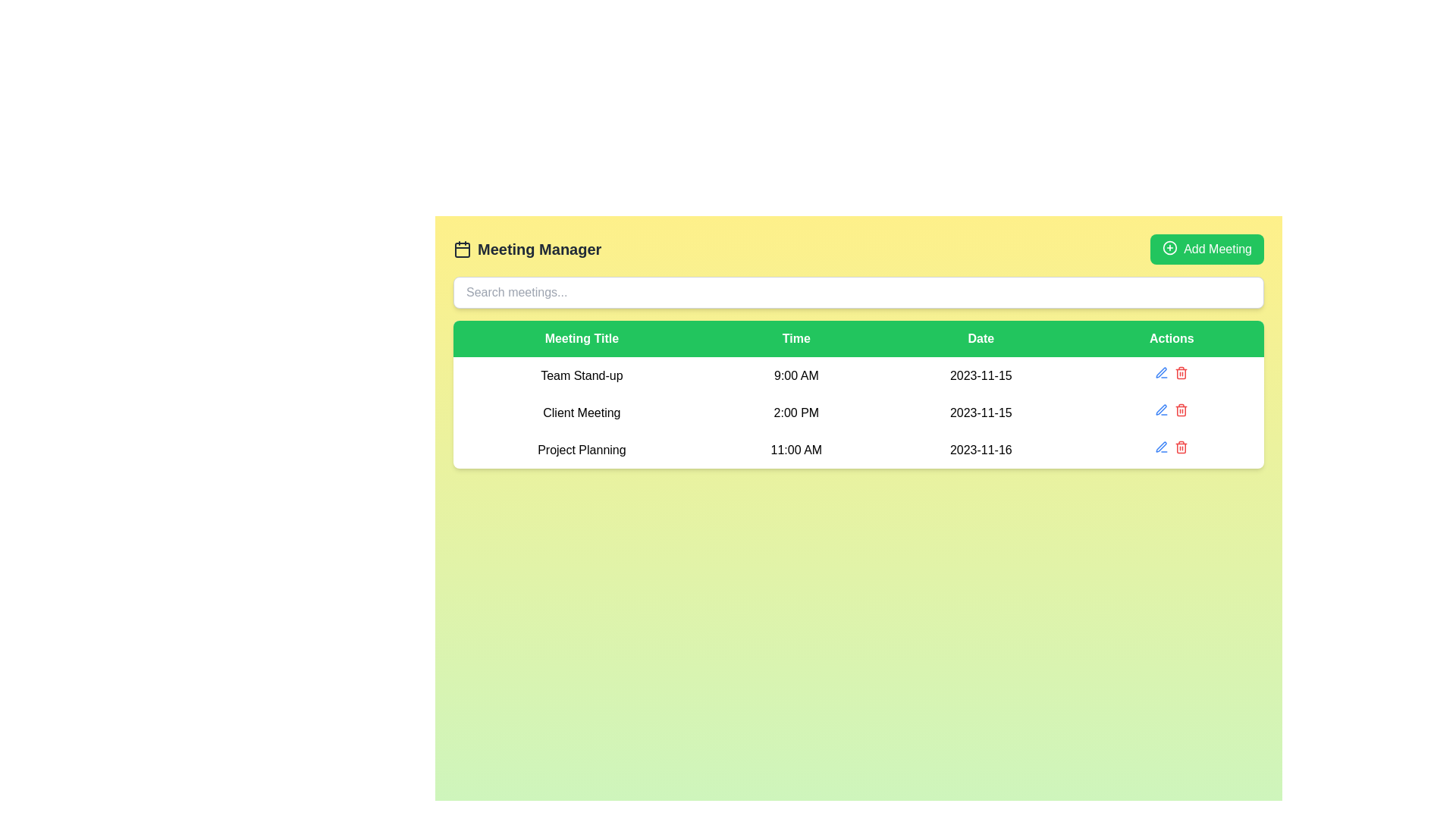  What do you see at coordinates (581, 338) in the screenshot?
I see `the 'Meeting Title' text element, which is the first column header in a table with a green background and white font` at bounding box center [581, 338].